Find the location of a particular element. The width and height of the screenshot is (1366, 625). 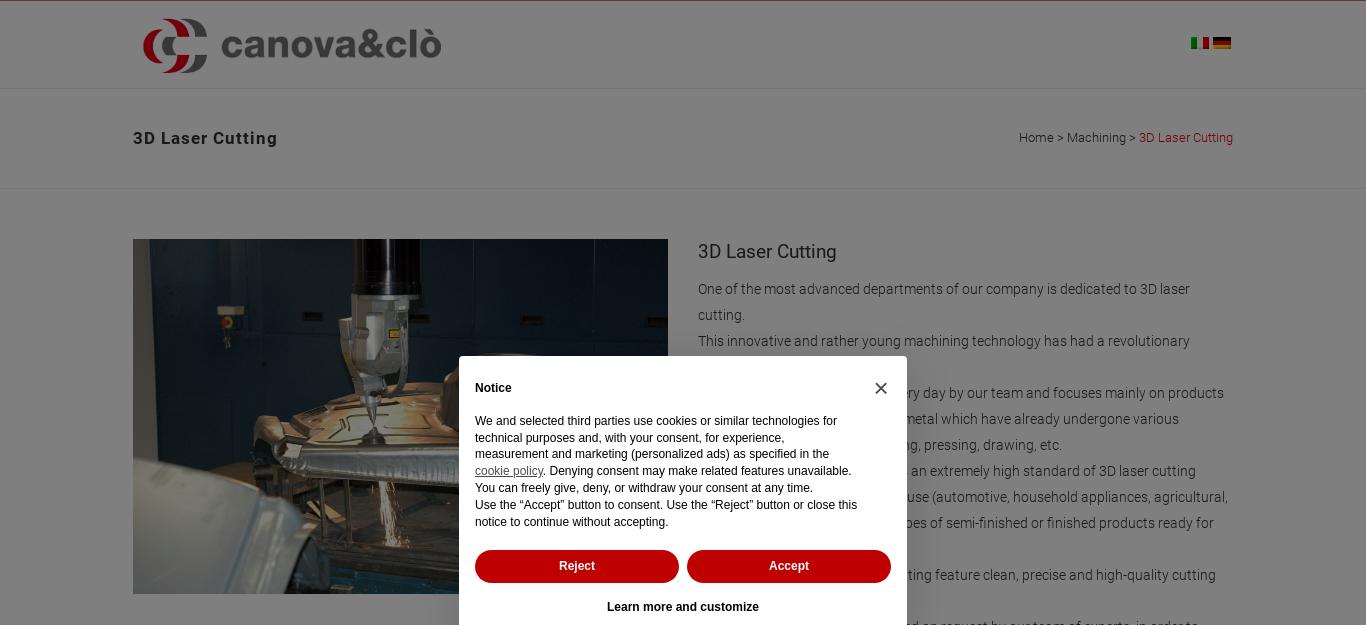

'You can freely give, deny, or withdraw your consent at any time.' is located at coordinates (642, 487).